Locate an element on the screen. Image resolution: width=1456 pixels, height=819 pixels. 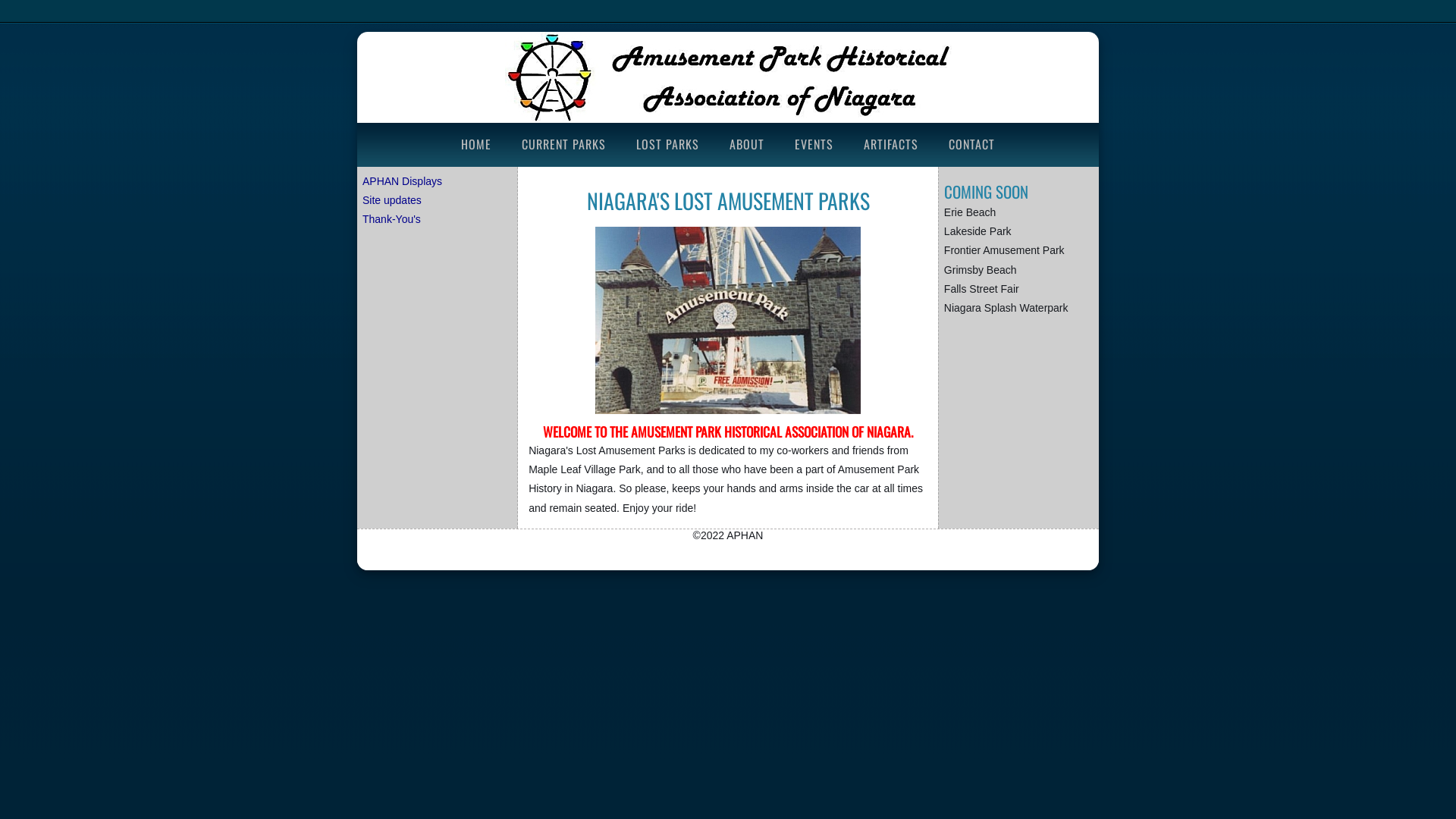
'CONTACT' is located at coordinates (971, 143).